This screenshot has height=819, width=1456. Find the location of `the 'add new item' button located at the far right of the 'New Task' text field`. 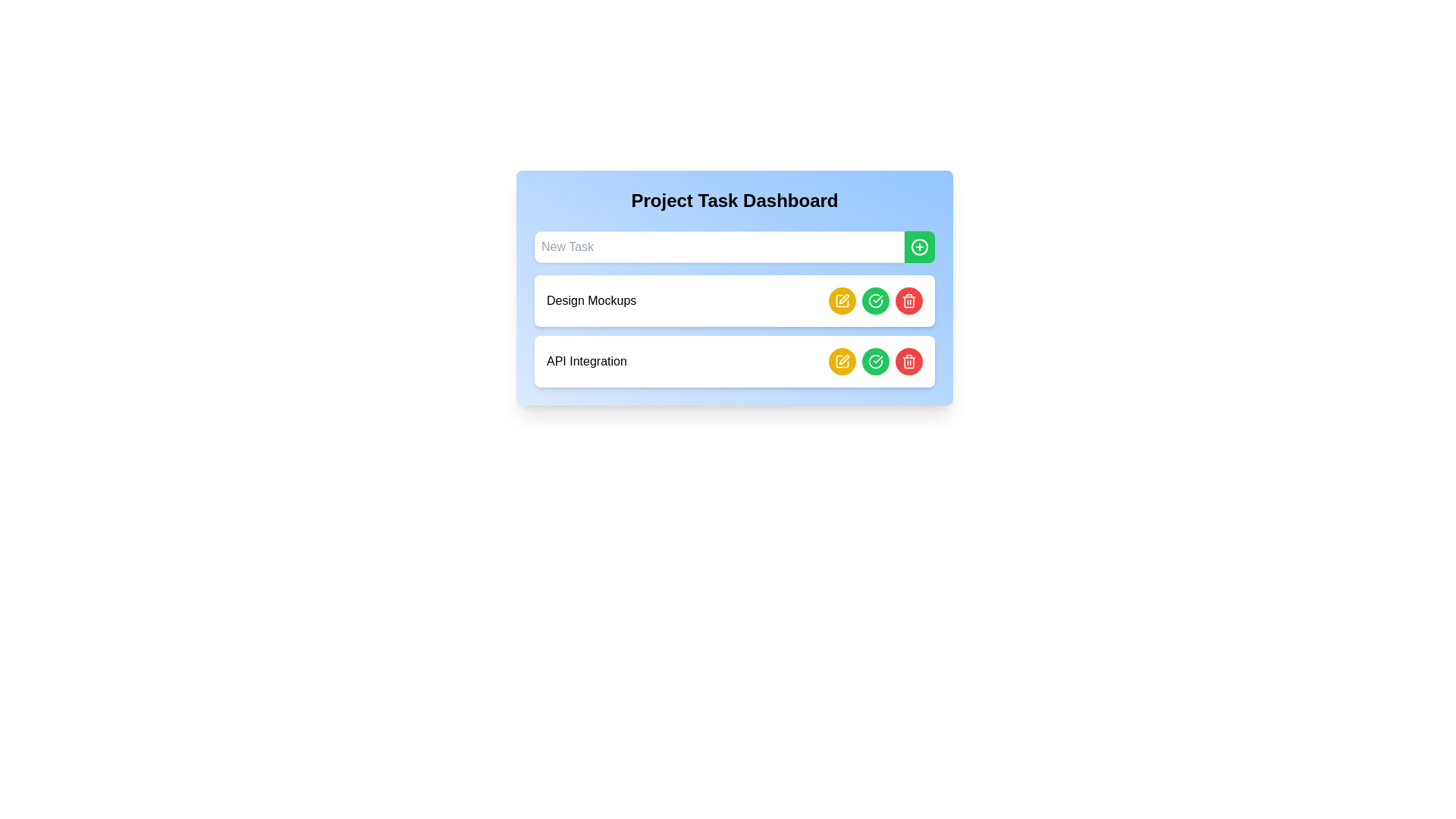

the 'add new item' button located at the far right of the 'New Task' text field is located at coordinates (919, 246).